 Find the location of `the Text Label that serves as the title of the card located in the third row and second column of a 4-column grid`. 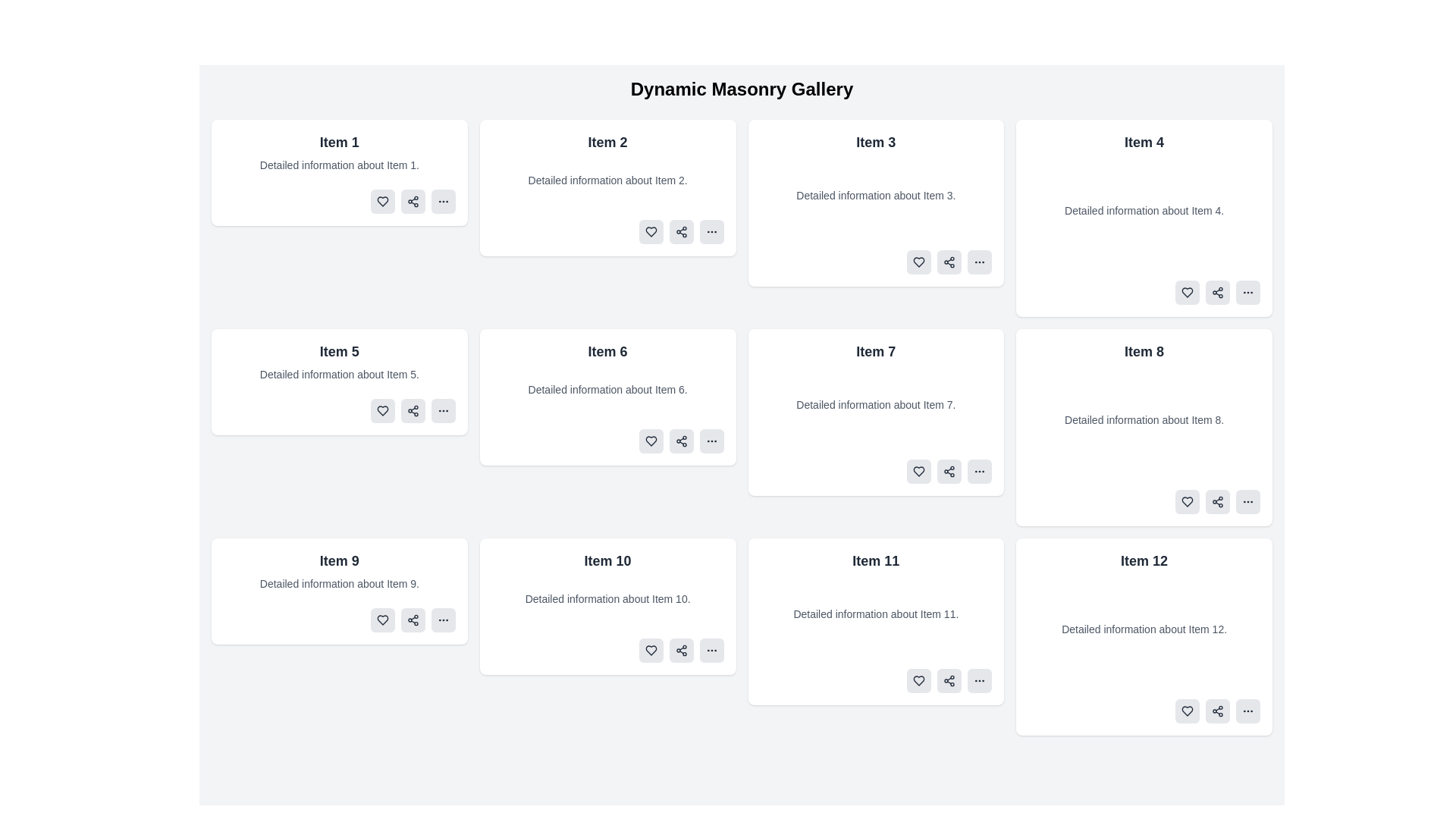

the Text Label that serves as the title of the card located in the third row and second column of a 4-column grid is located at coordinates (607, 561).